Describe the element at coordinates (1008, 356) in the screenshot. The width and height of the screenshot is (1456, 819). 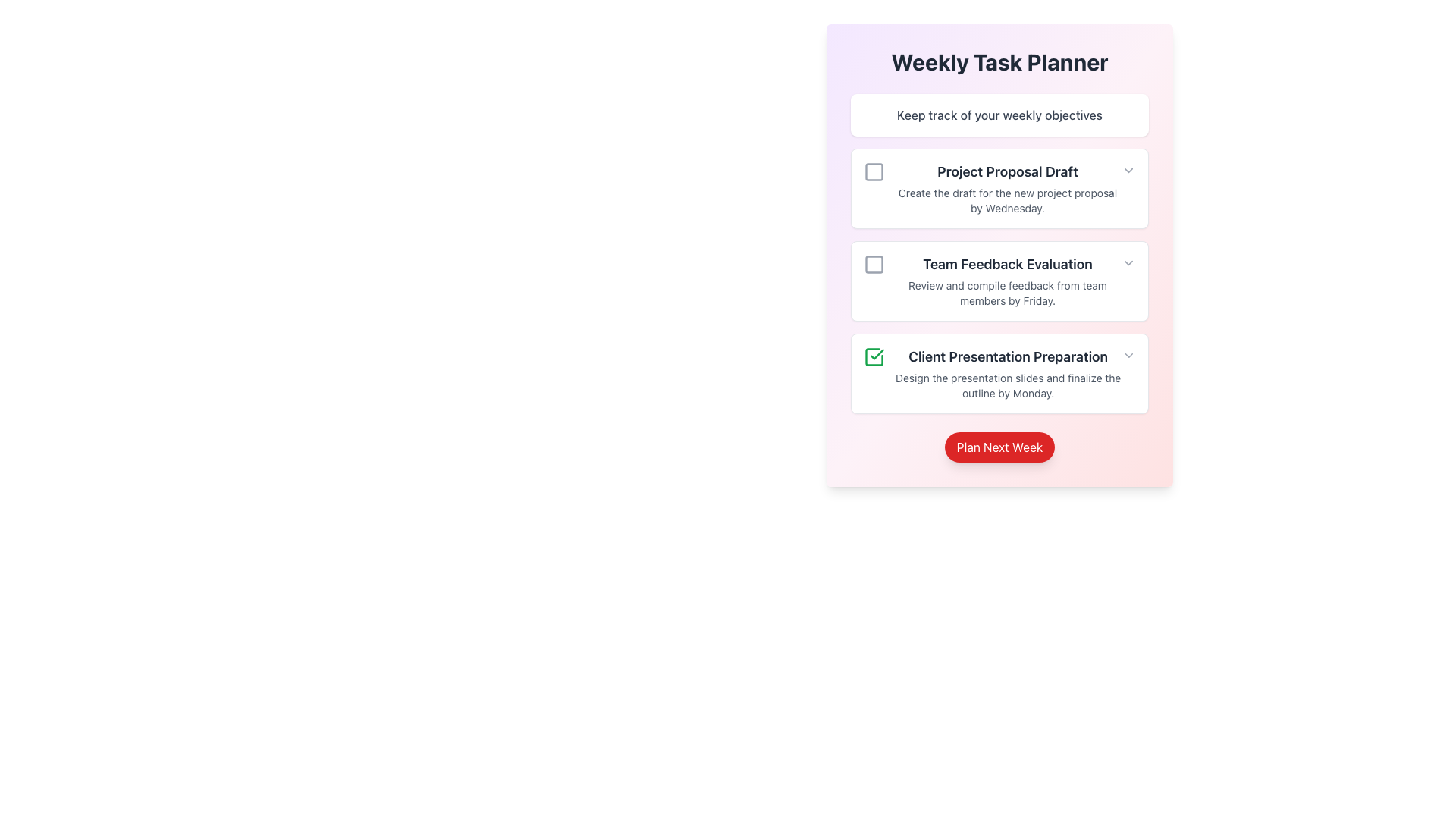
I see `the title text of the third task card in the task list, which identifies the main focus of the corresponding task block` at that location.